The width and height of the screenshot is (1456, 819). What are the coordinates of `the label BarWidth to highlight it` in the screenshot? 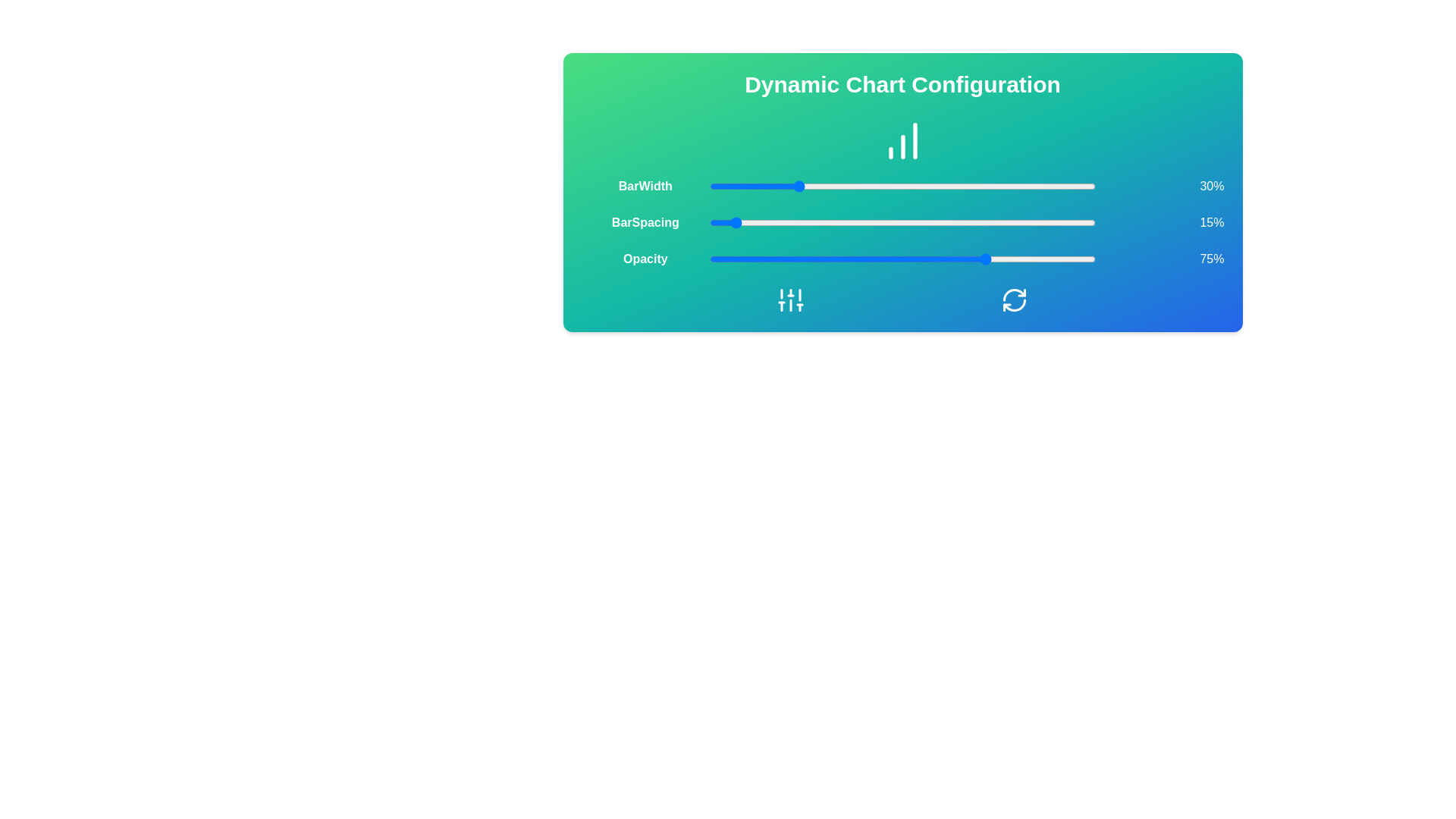 It's located at (645, 186).